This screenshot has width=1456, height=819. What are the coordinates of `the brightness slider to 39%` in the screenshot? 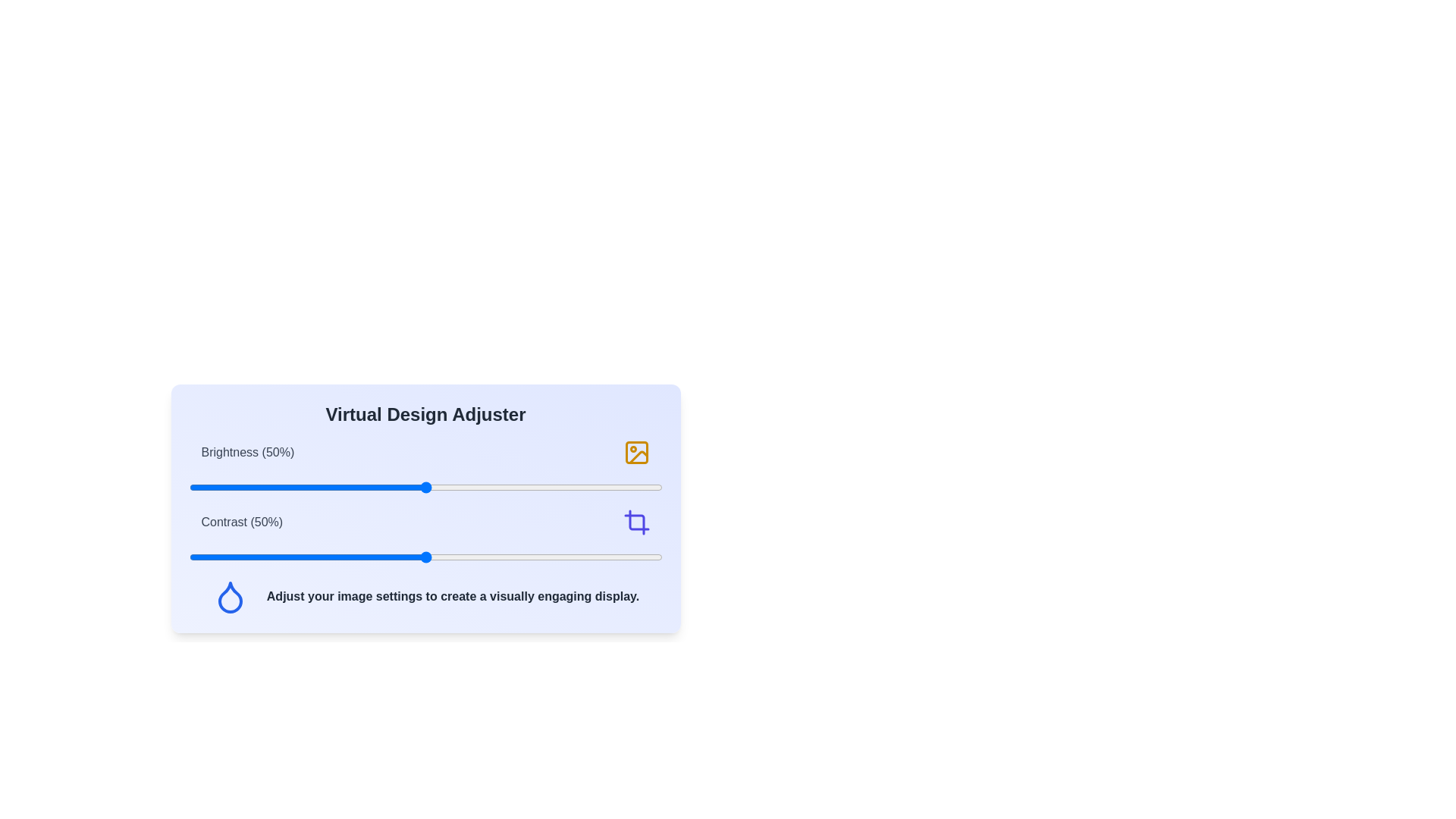 It's located at (373, 488).